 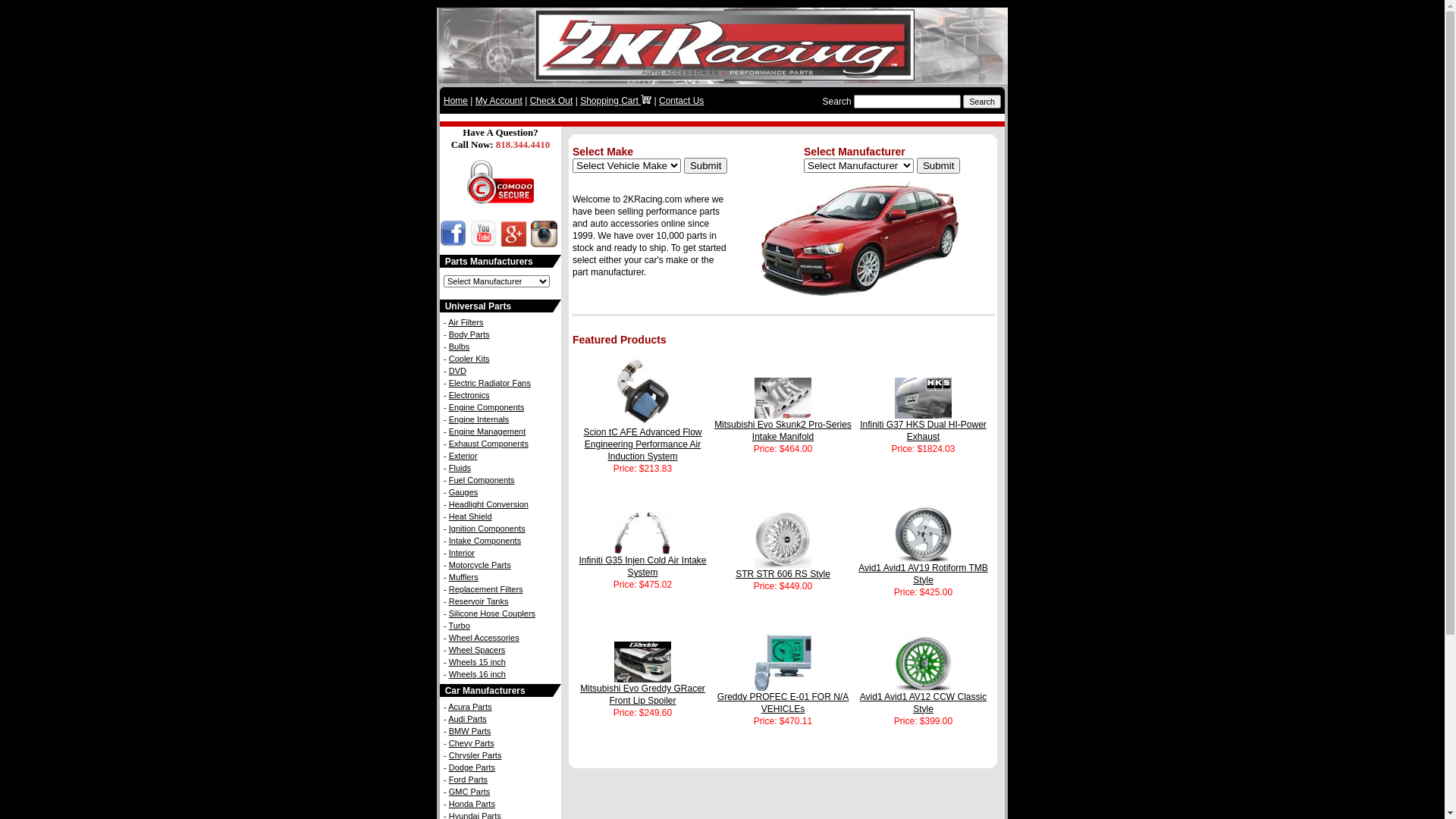 I want to click on 'Engine Management', so click(x=488, y=431).